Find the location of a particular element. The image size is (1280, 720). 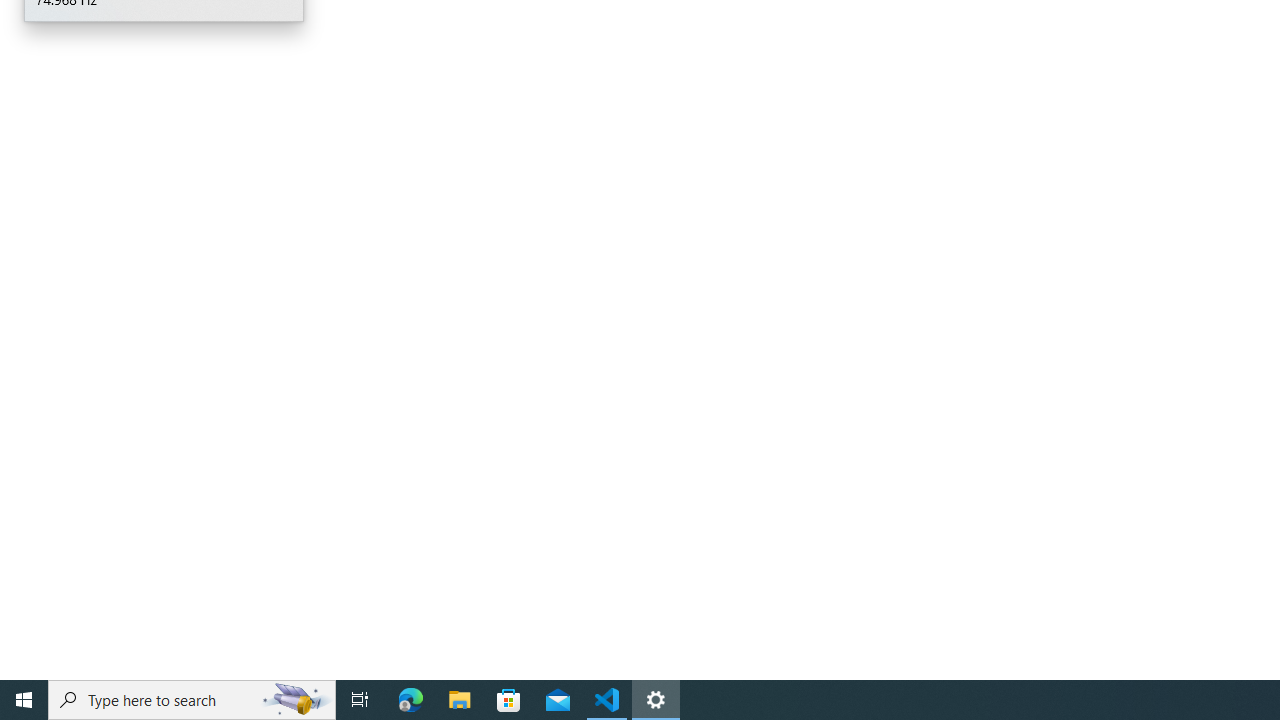

'Visual Studio Code - 1 running window' is located at coordinates (606, 698).